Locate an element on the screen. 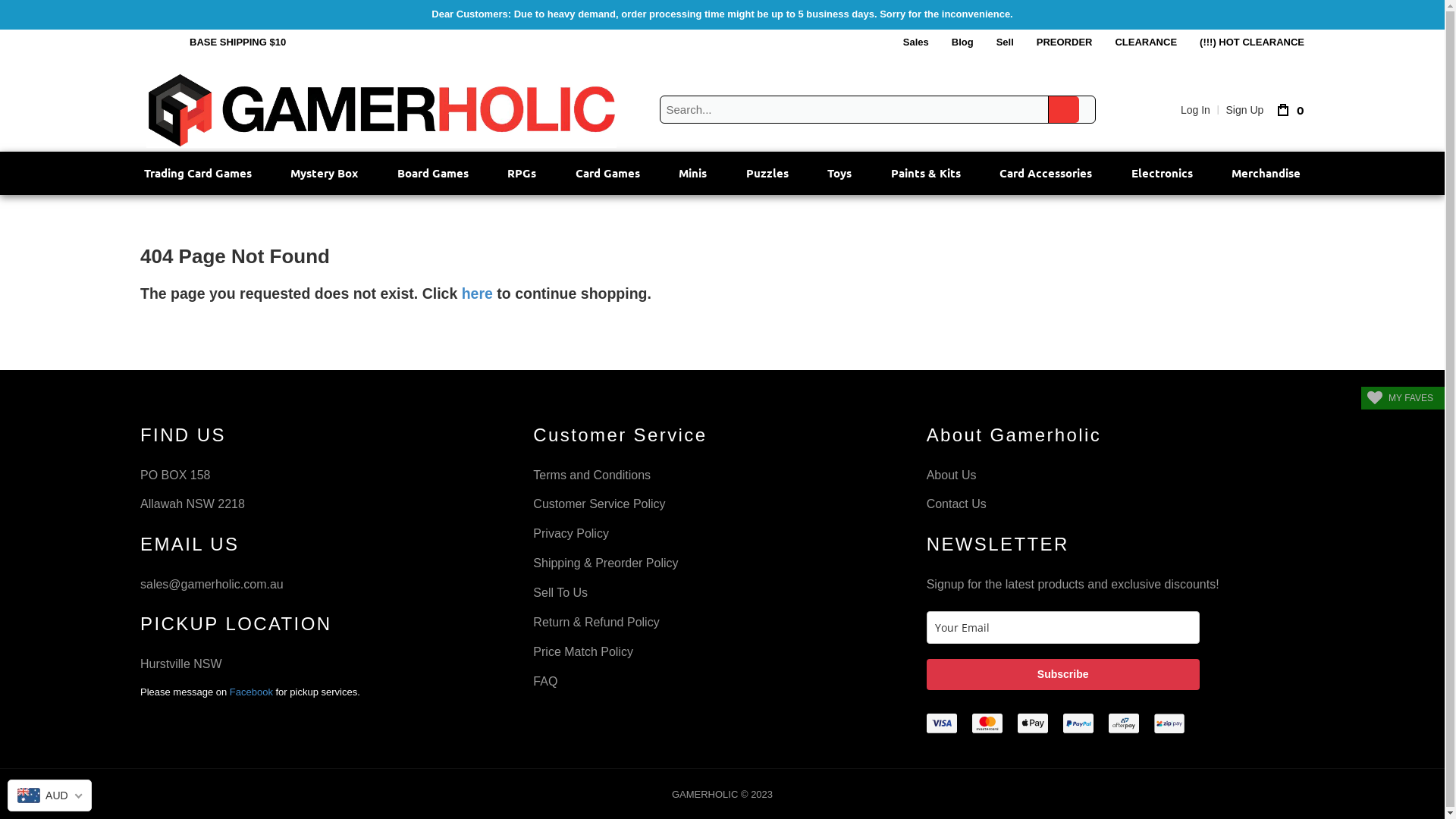  'Merchandise' is located at coordinates (1266, 172).